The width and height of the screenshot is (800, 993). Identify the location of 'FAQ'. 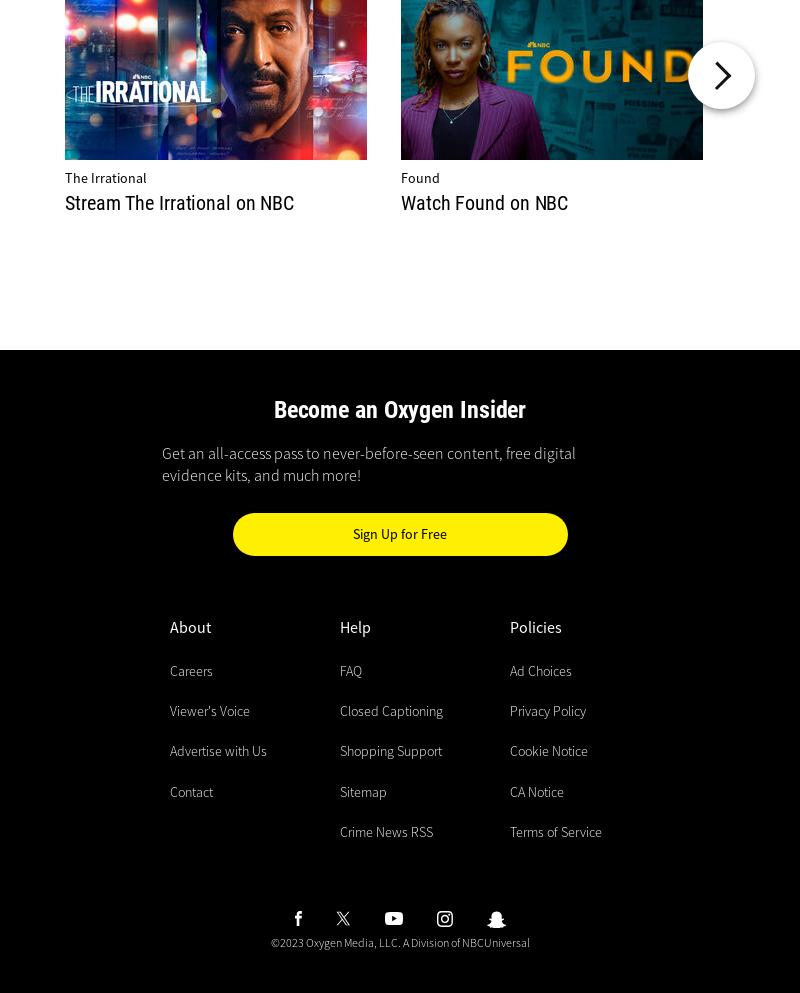
(340, 670).